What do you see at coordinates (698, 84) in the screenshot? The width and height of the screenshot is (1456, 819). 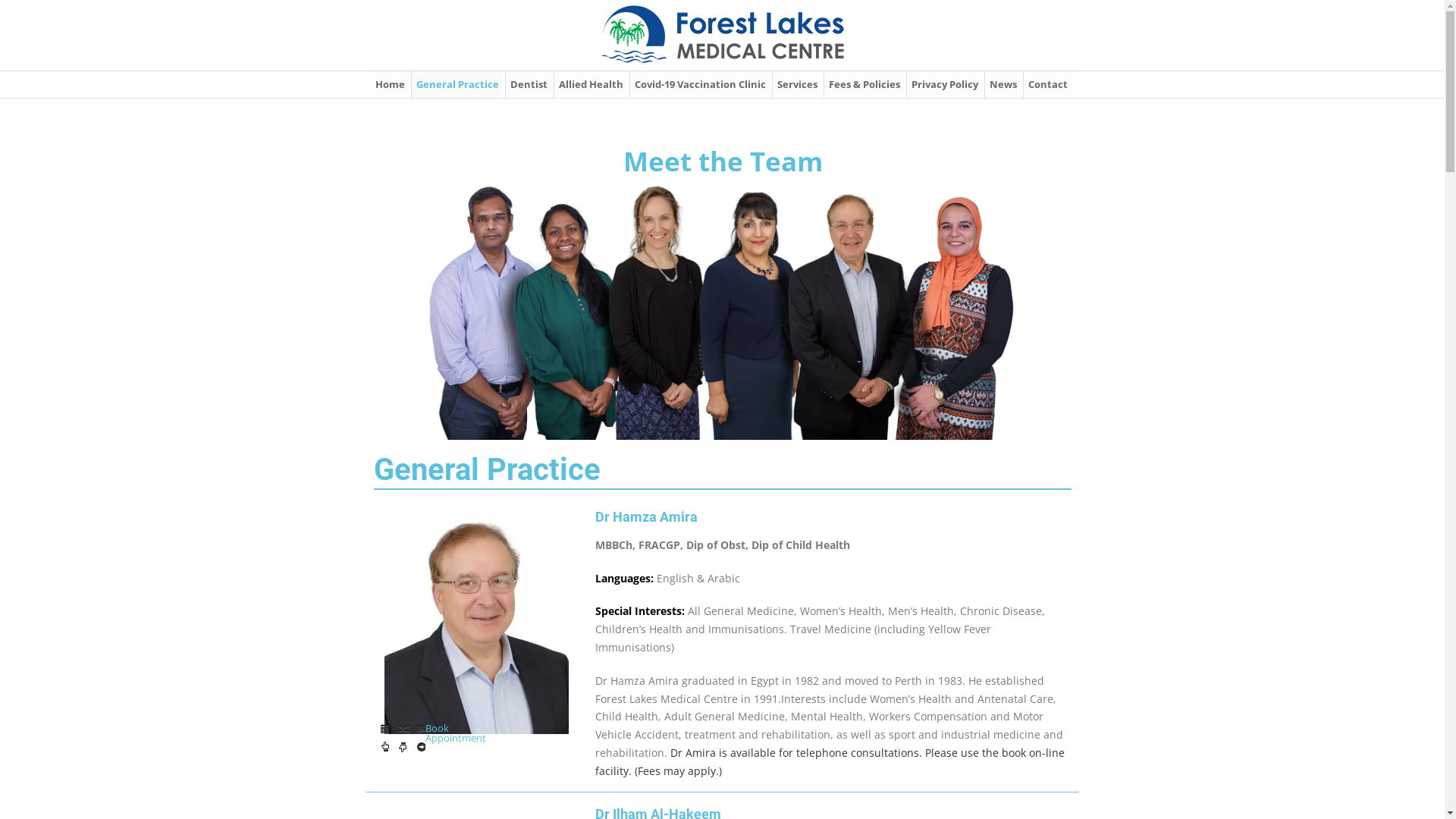 I see `'Covid-19 Vaccination Clinic'` at bounding box center [698, 84].